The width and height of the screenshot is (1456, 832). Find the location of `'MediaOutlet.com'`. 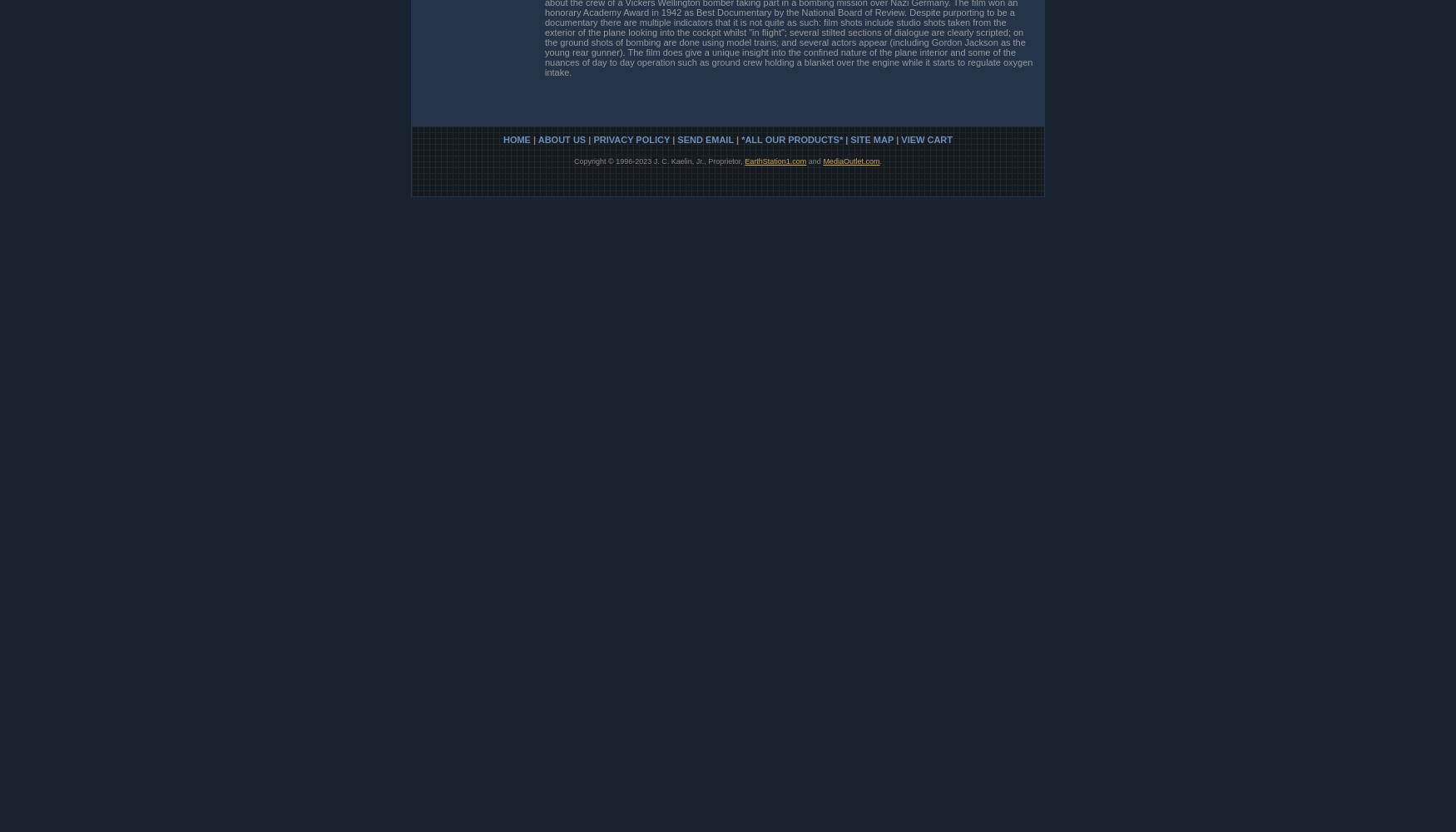

'MediaOutlet.com' is located at coordinates (850, 160).